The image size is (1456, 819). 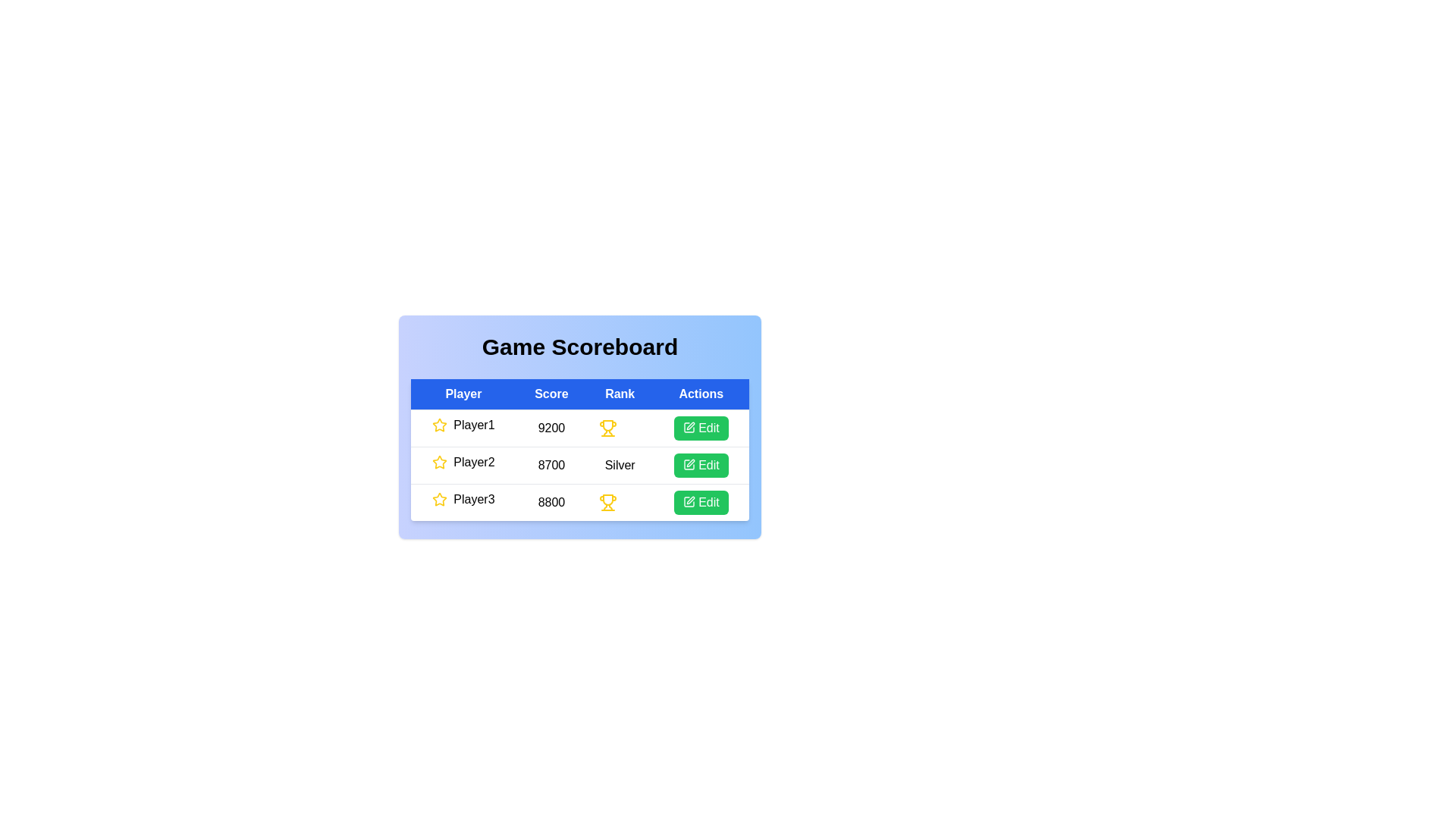 What do you see at coordinates (439, 425) in the screenshot?
I see `the star icon for player 1` at bounding box center [439, 425].